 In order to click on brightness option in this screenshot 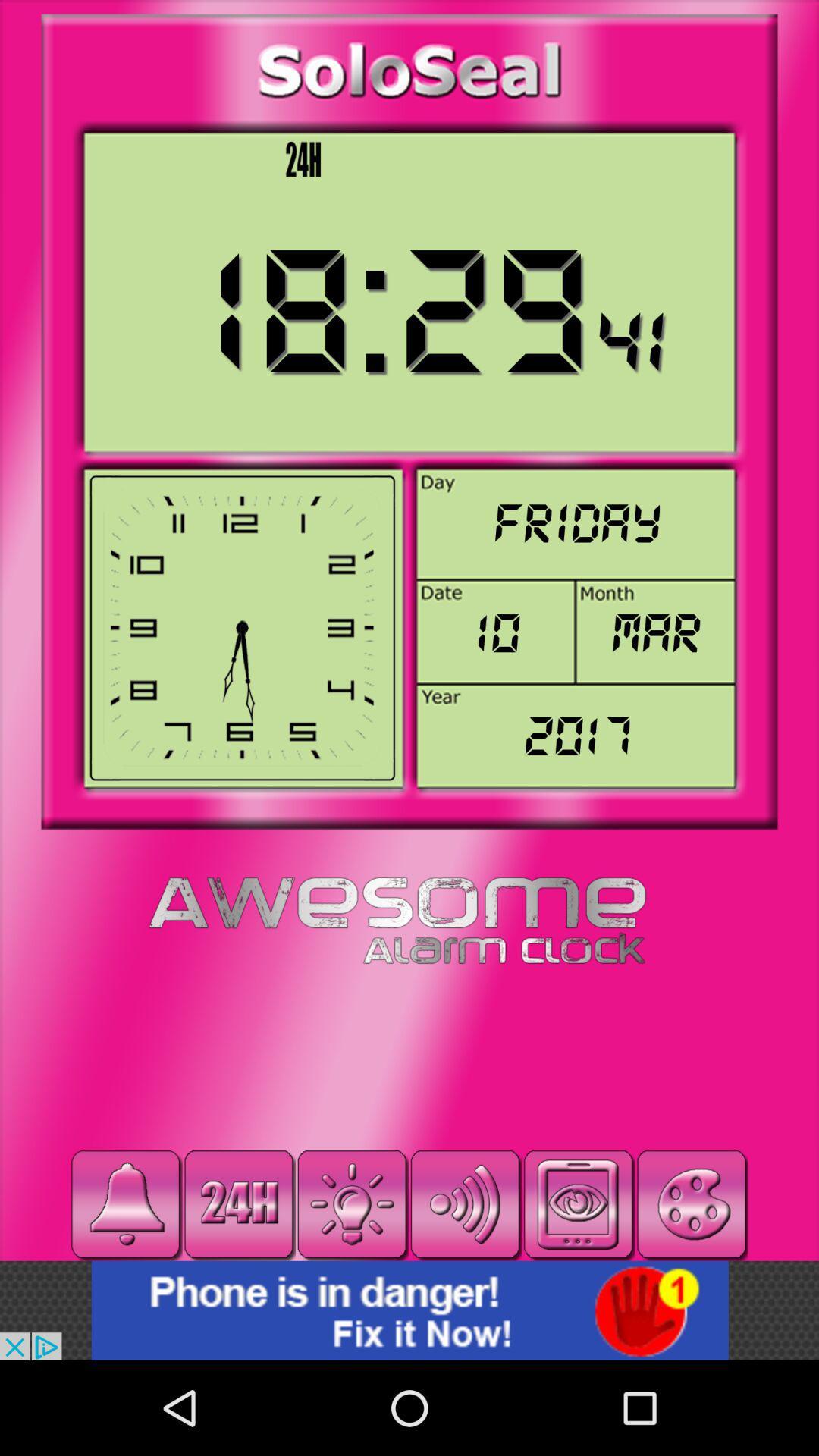, I will do `click(352, 1203)`.